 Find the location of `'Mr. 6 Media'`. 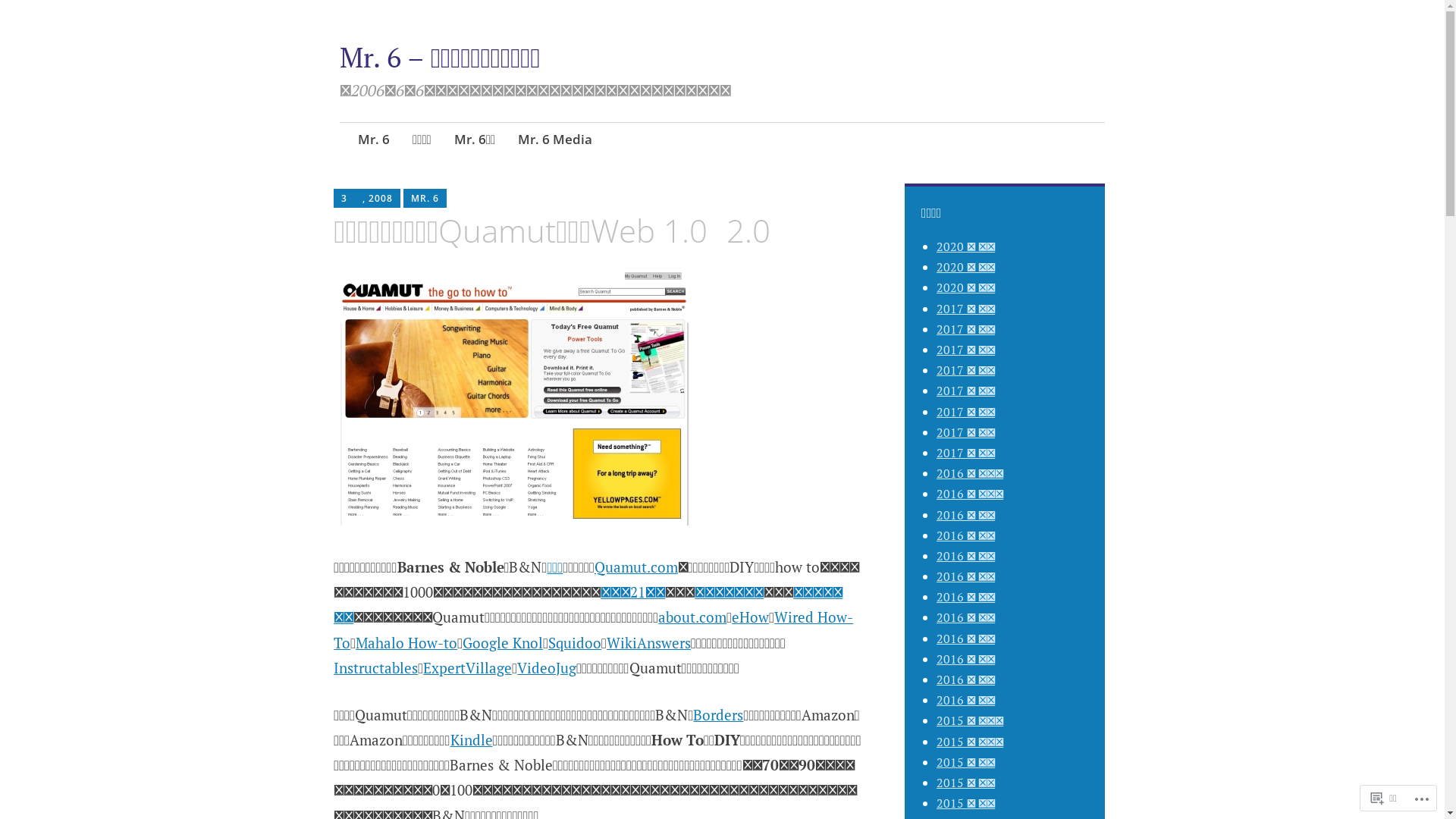

'Mr. 6 Media' is located at coordinates (517, 140).